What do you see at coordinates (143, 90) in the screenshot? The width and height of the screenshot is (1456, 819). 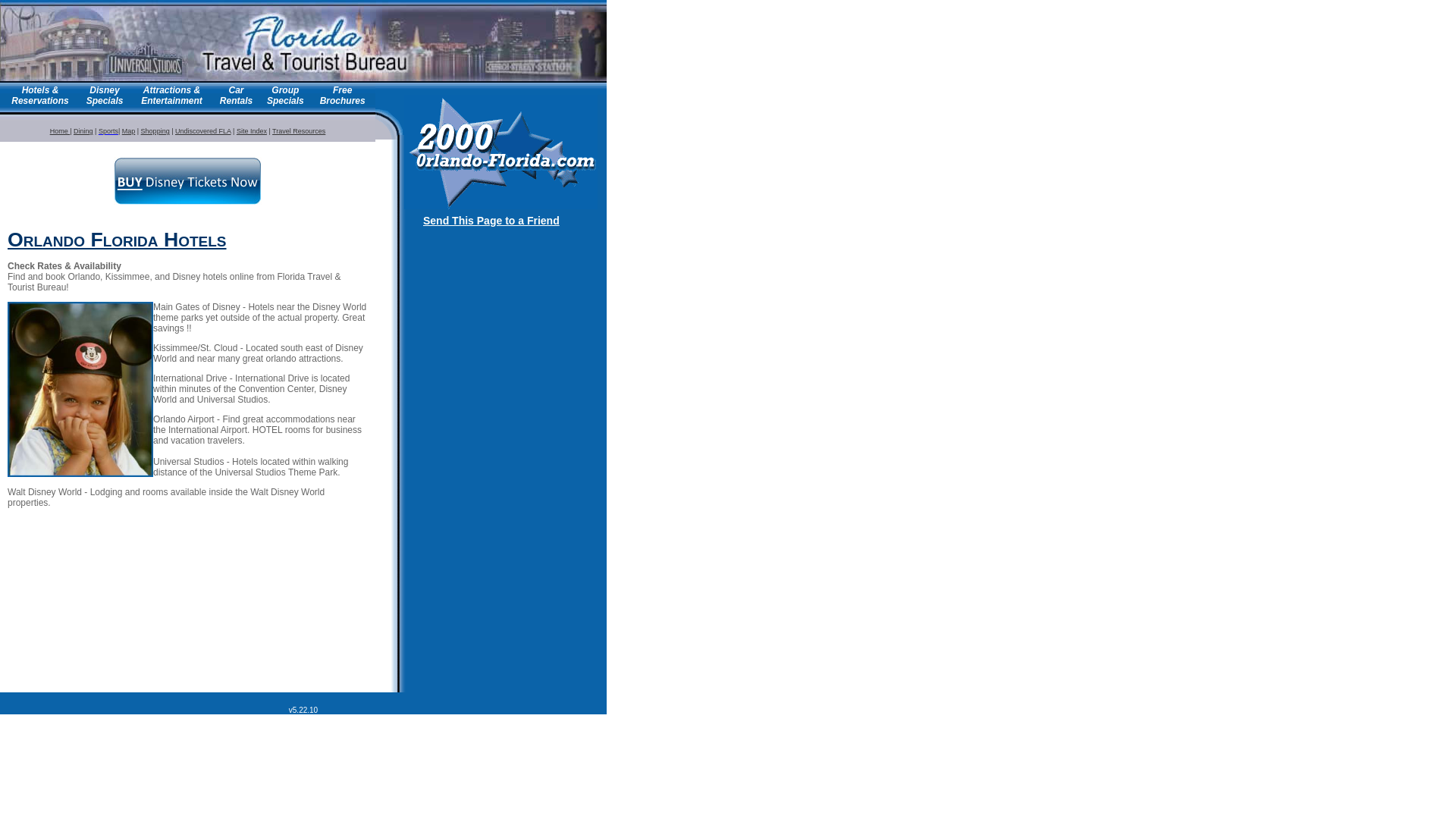 I see `'Attractions'` at bounding box center [143, 90].